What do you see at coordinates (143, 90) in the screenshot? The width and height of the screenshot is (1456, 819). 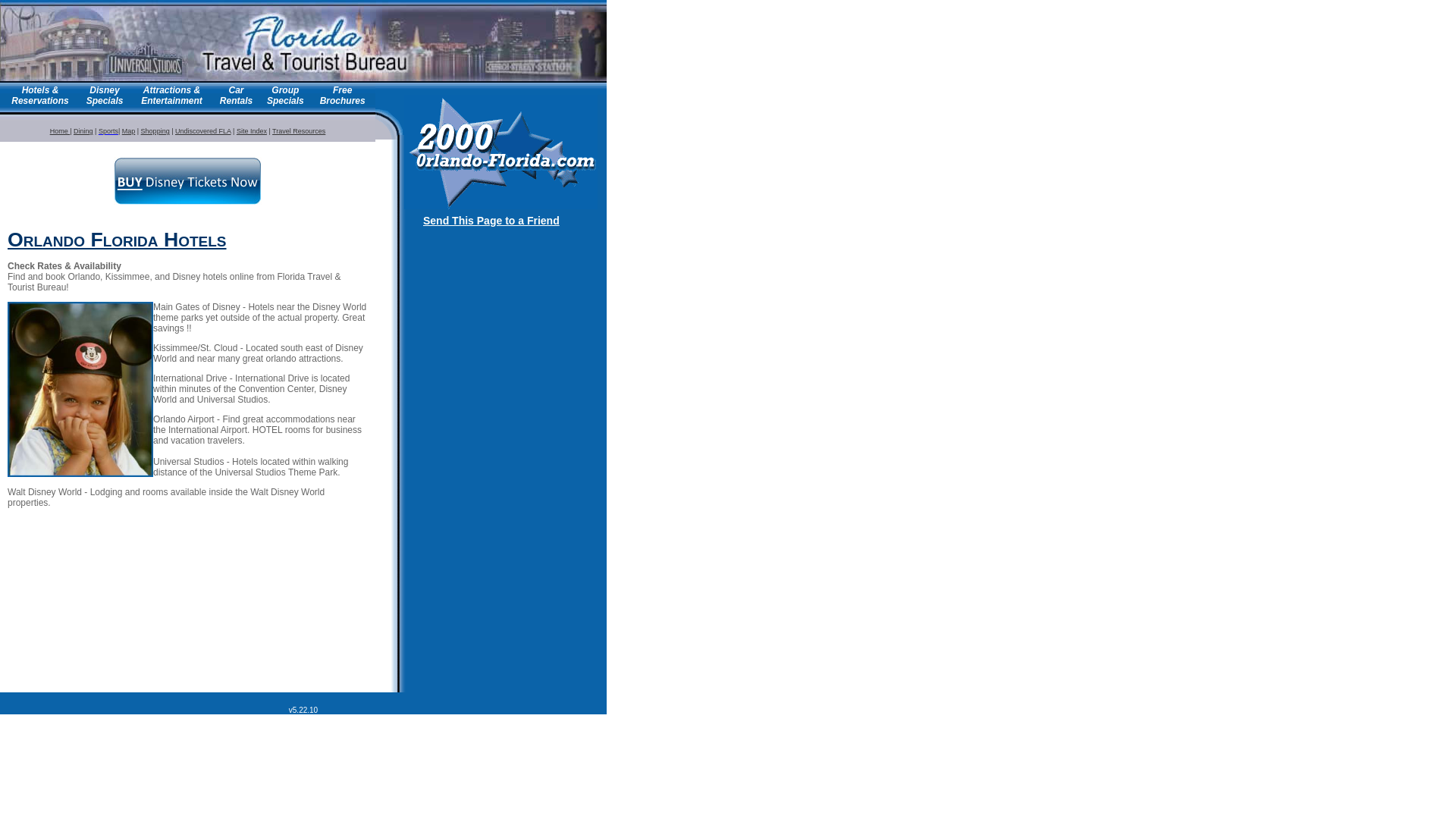 I see `'Attractions'` at bounding box center [143, 90].